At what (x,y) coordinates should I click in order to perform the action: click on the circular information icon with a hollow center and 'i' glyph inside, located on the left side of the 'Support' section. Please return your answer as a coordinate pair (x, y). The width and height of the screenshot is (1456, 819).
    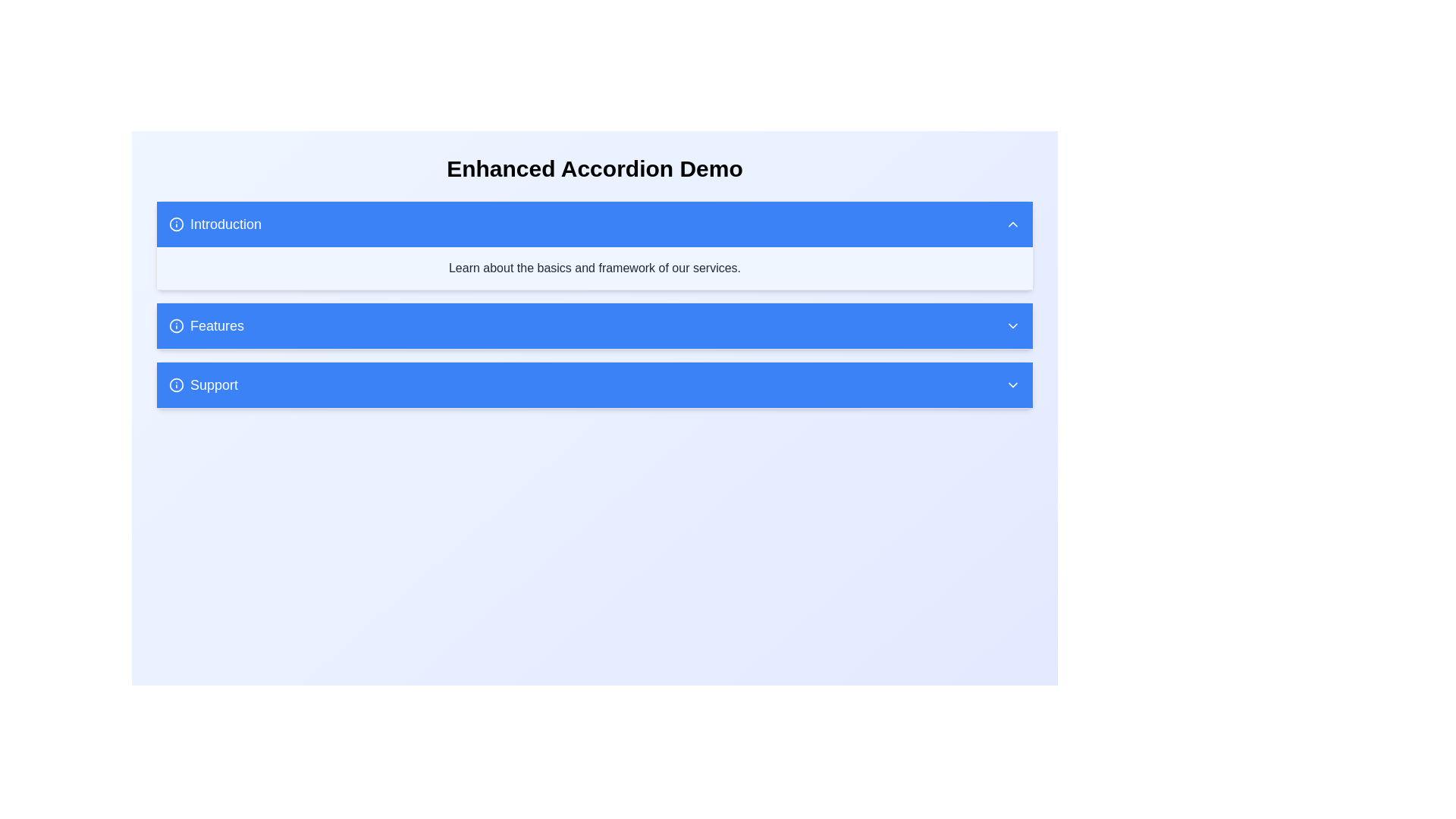
    Looking at the image, I should click on (177, 384).